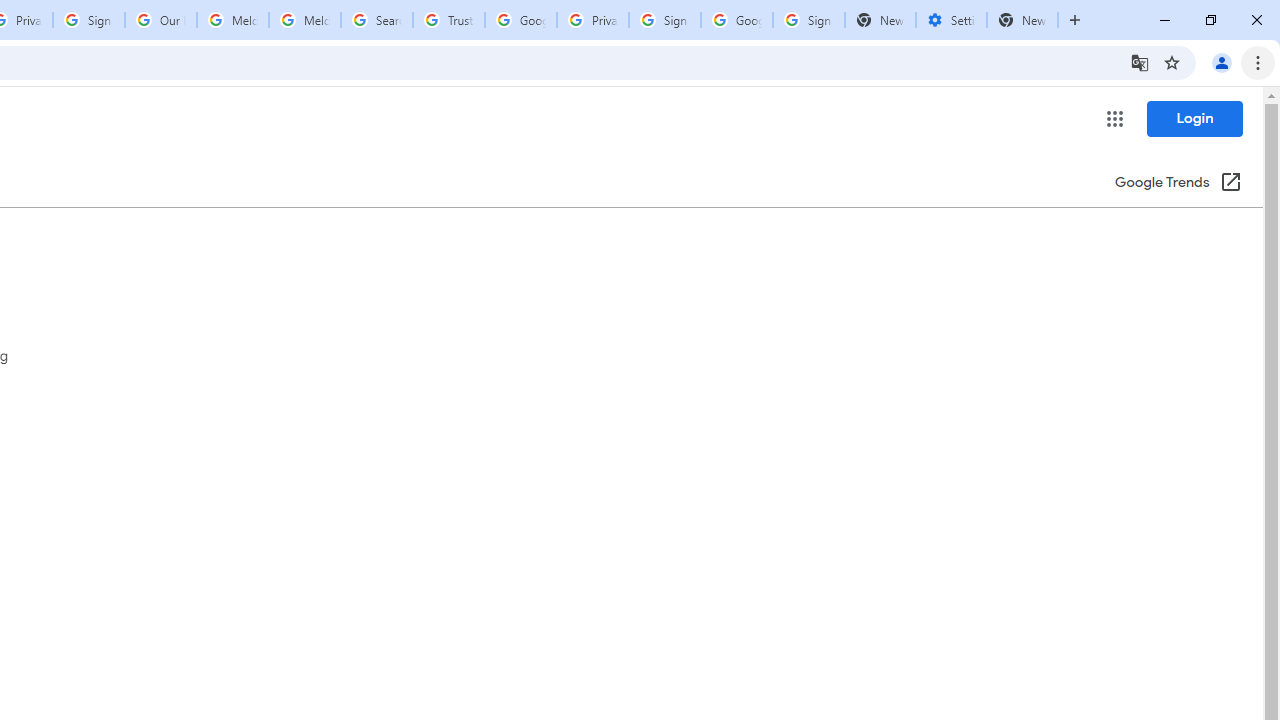 Image resolution: width=1280 pixels, height=720 pixels. Describe the element at coordinates (376, 20) in the screenshot. I see `'Search our Doodle Library Collection - Google Doodles'` at that location.